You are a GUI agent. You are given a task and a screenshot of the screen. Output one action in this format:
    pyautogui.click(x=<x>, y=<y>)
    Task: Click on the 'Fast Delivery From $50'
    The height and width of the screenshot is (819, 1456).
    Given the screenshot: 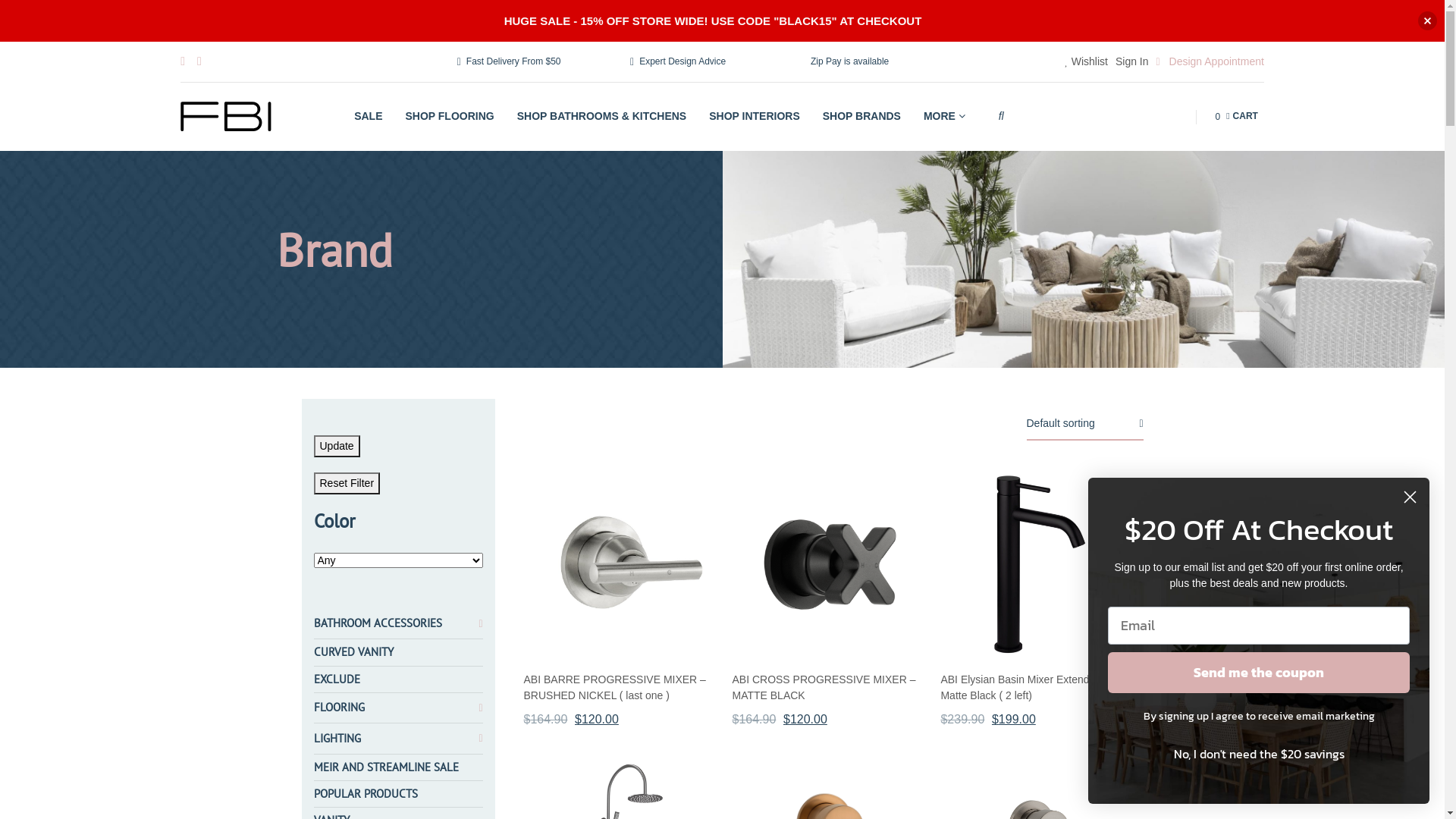 What is the action you would take?
    pyautogui.click(x=509, y=61)
    